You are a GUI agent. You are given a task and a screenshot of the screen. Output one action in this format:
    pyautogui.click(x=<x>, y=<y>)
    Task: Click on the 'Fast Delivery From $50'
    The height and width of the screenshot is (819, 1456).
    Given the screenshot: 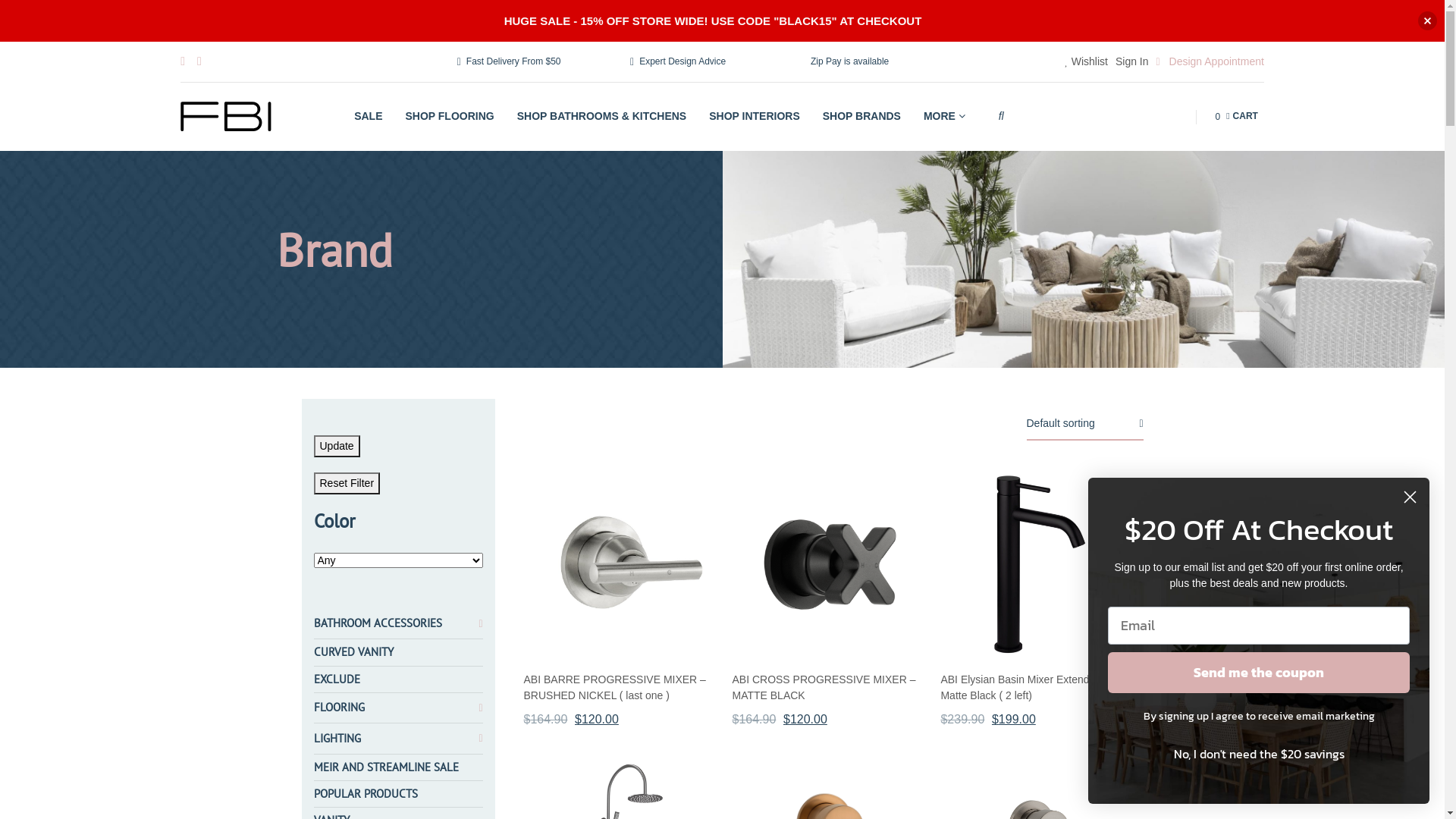 What is the action you would take?
    pyautogui.click(x=509, y=61)
    